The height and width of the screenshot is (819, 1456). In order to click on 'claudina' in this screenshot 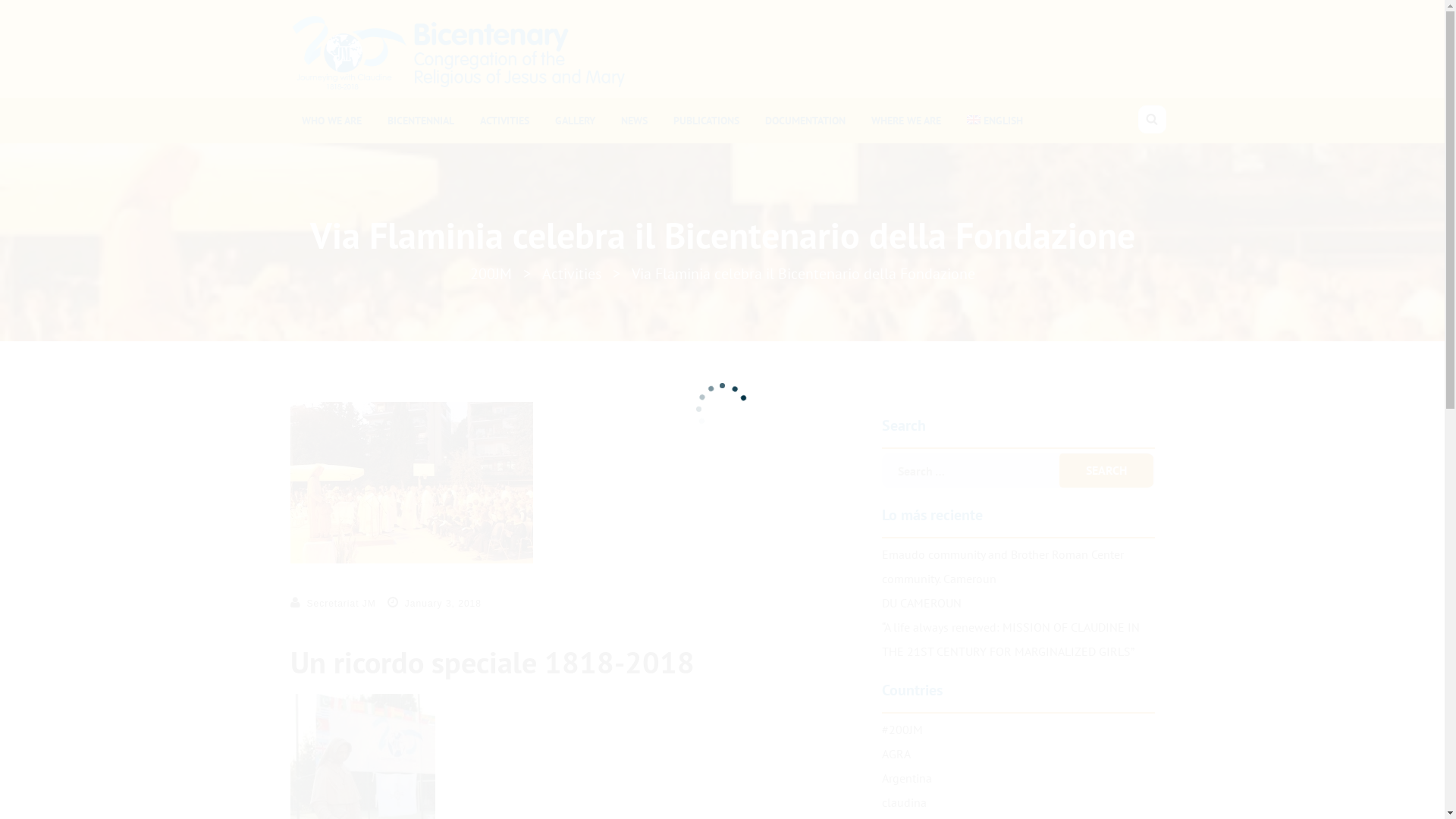, I will do `click(903, 801)`.